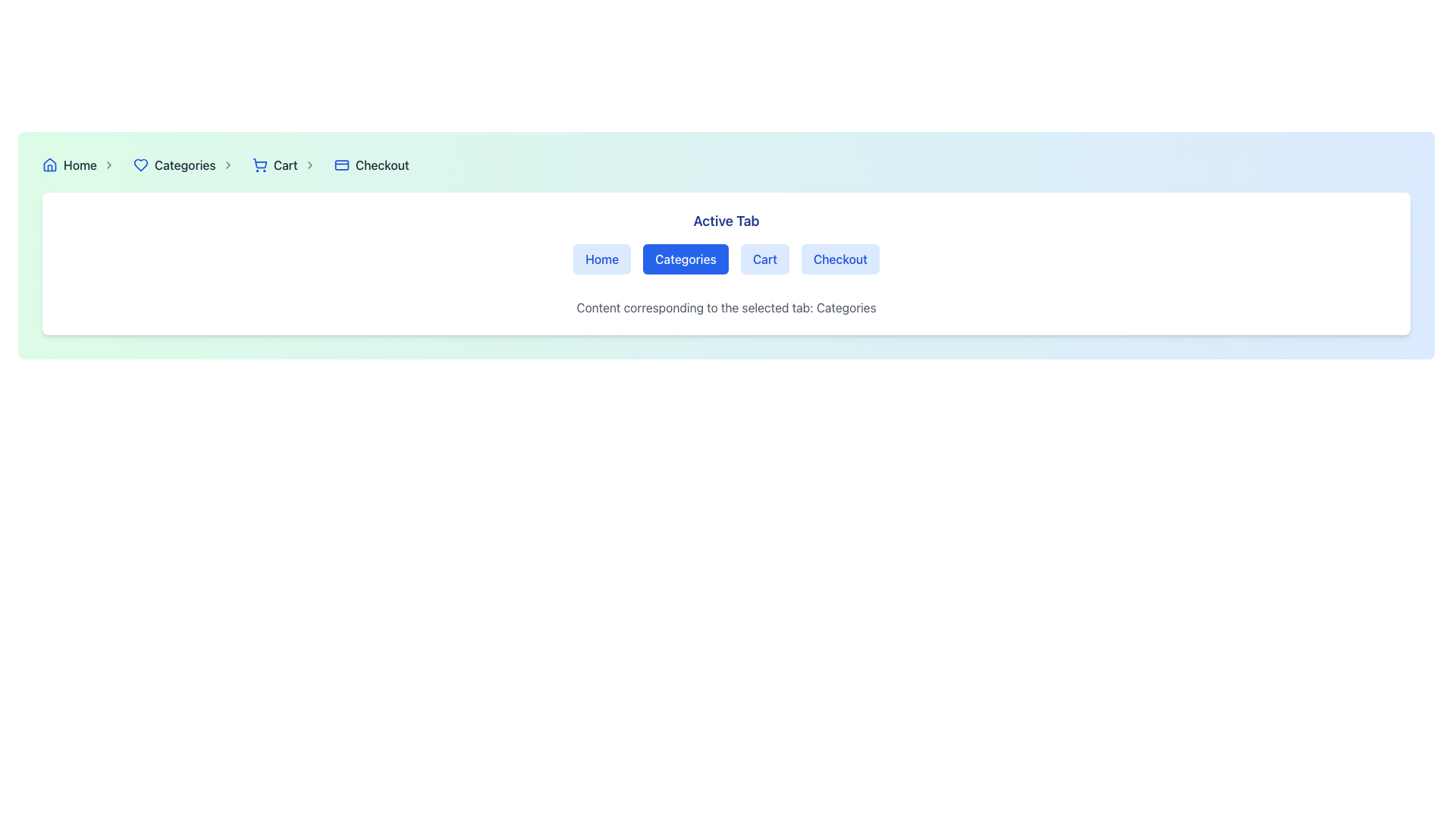  I want to click on the 'Cart' button, which is the third option in a horizontal list of buttons, so click(764, 259).